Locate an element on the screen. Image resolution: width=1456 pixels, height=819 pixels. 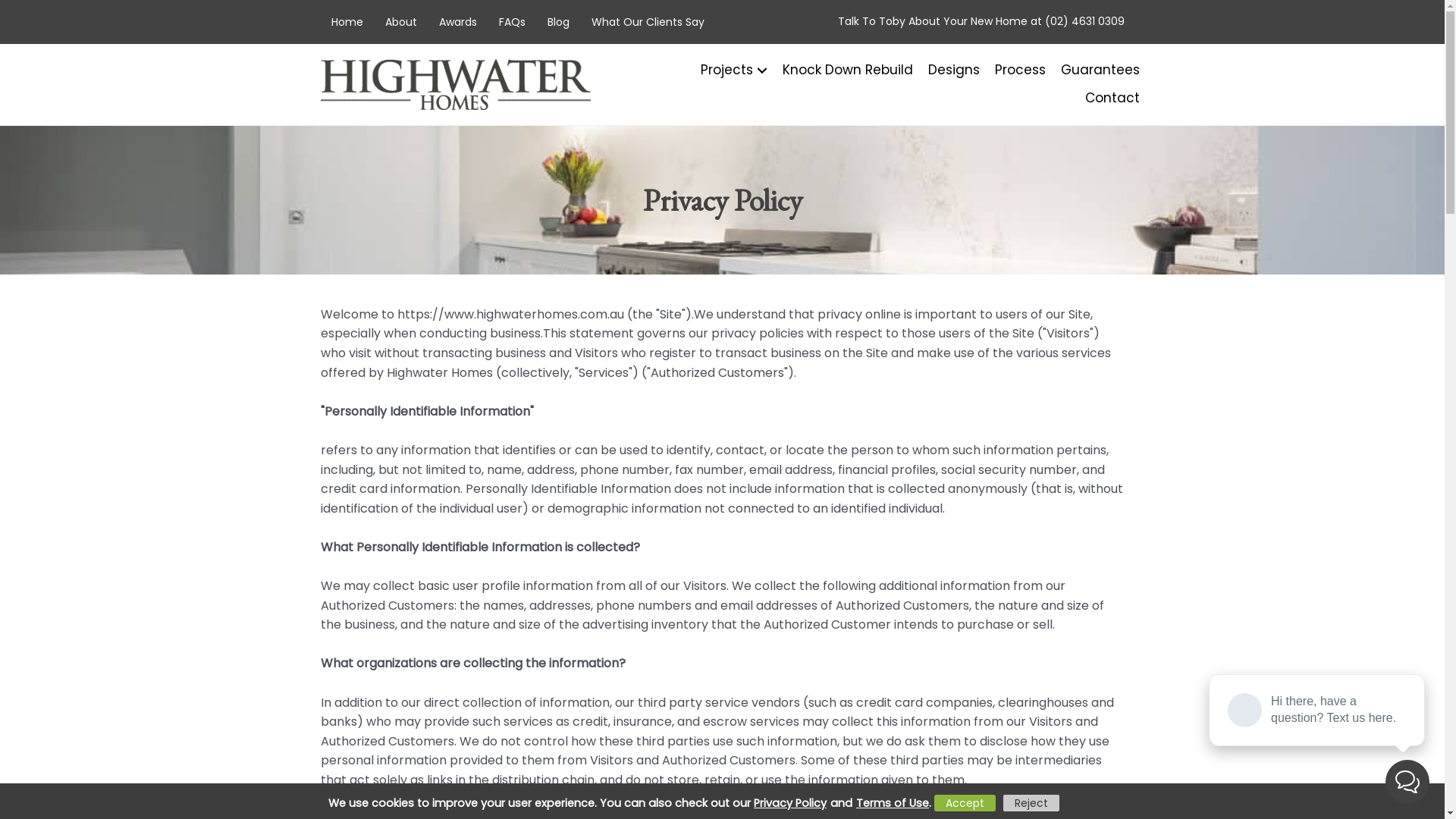
'Knock Down Rebuild' is located at coordinates (839, 70).